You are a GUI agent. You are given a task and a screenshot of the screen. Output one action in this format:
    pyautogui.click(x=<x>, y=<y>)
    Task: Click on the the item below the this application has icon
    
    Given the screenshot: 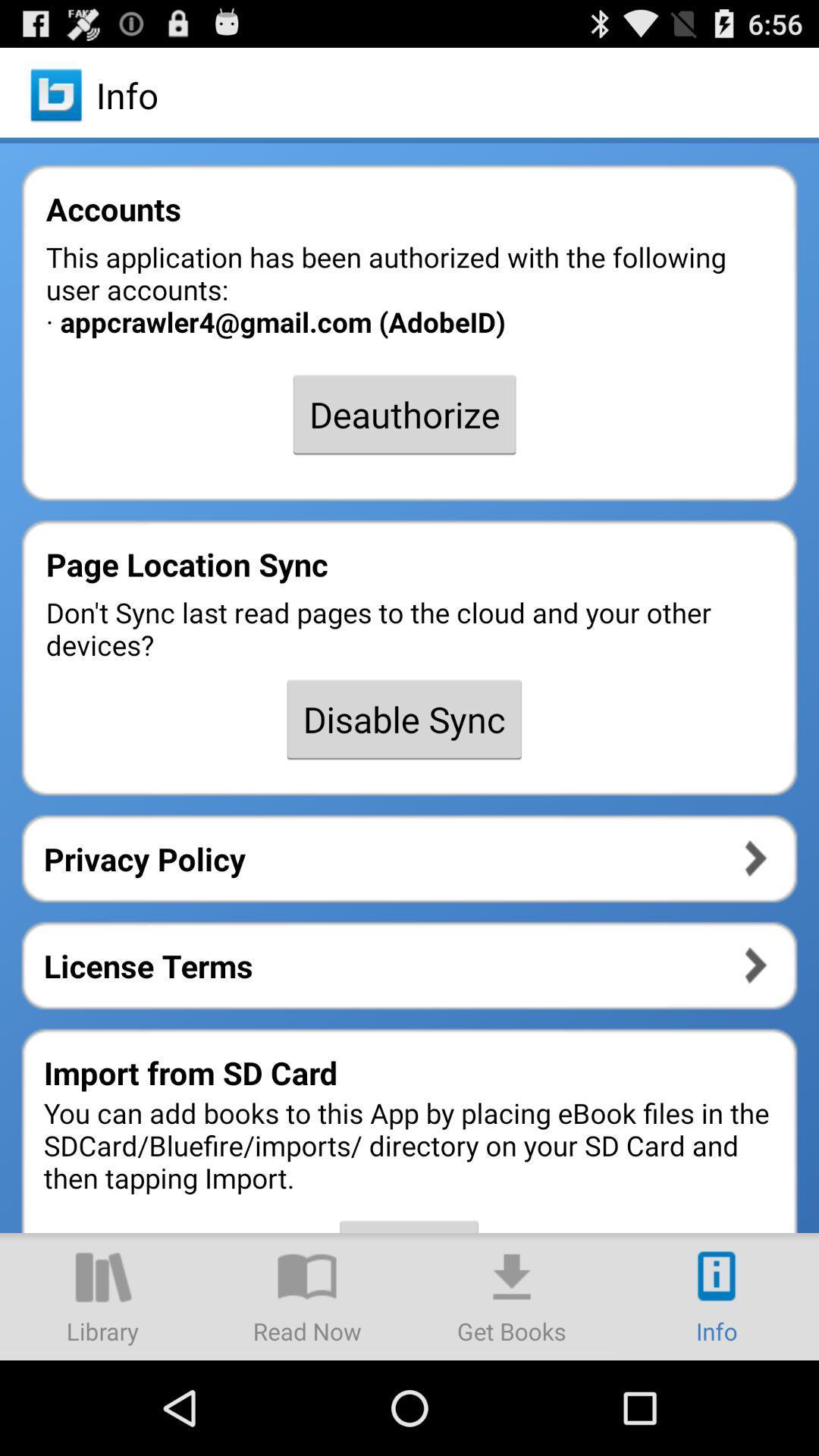 What is the action you would take?
    pyautogui.click(x=403, y=414)
    